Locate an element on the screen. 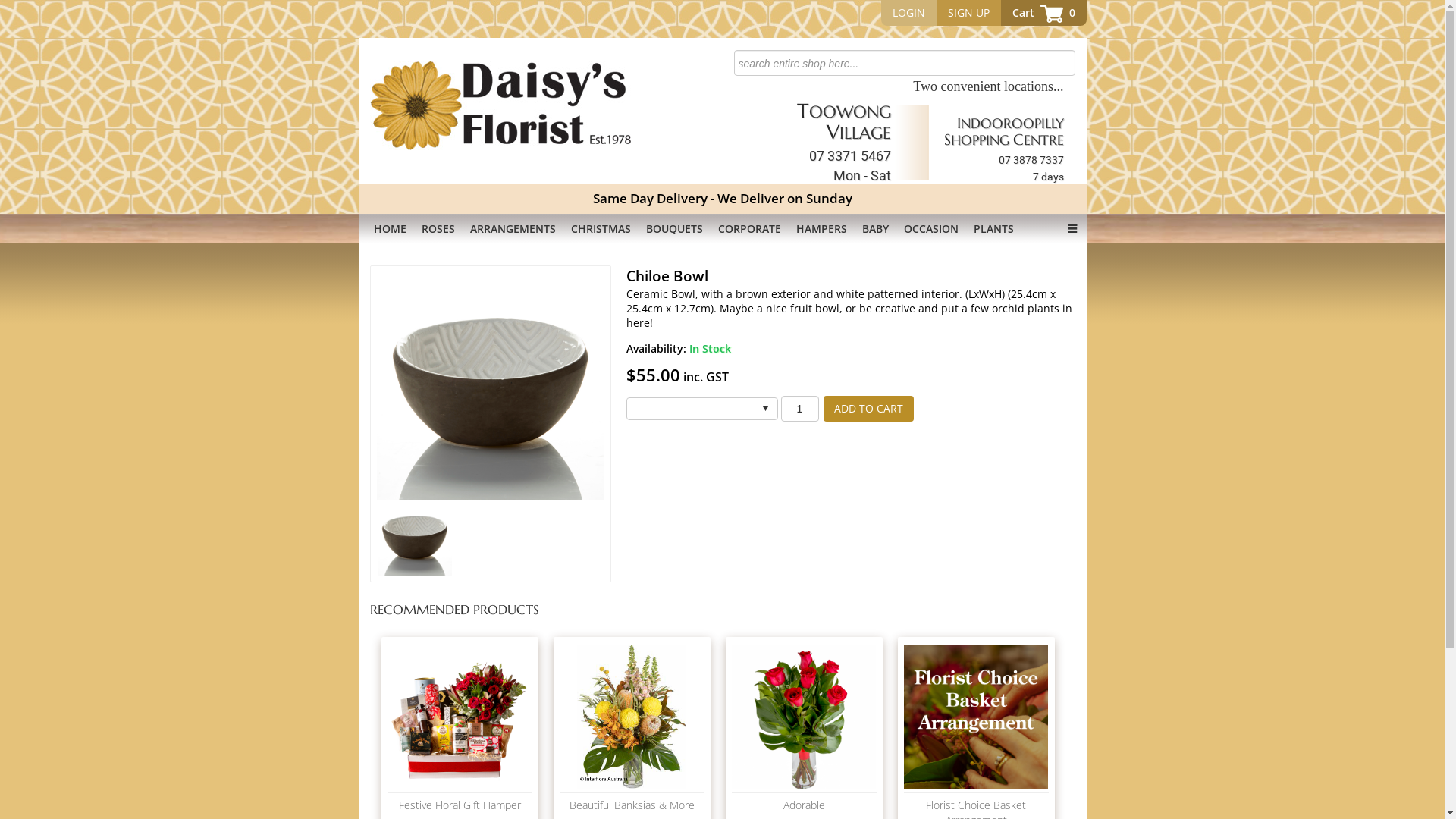 This screenshot has width=1456, height=819. 'BOUQUETS' is located at coordinates (673, 228).